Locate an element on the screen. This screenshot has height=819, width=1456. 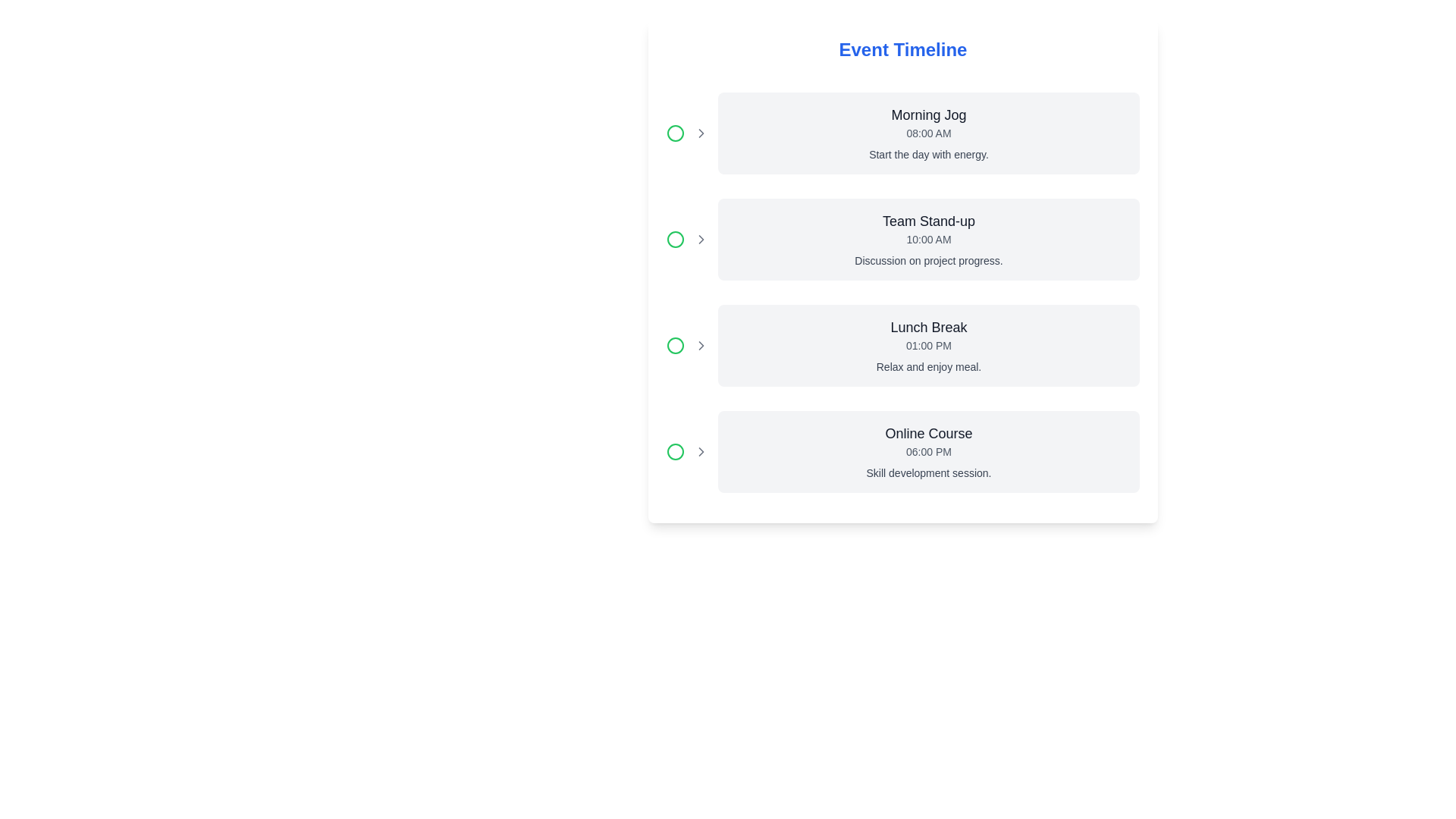
the text label at the top of the card that serves as the title or header for the event being described is located at coordinates (927, 433).